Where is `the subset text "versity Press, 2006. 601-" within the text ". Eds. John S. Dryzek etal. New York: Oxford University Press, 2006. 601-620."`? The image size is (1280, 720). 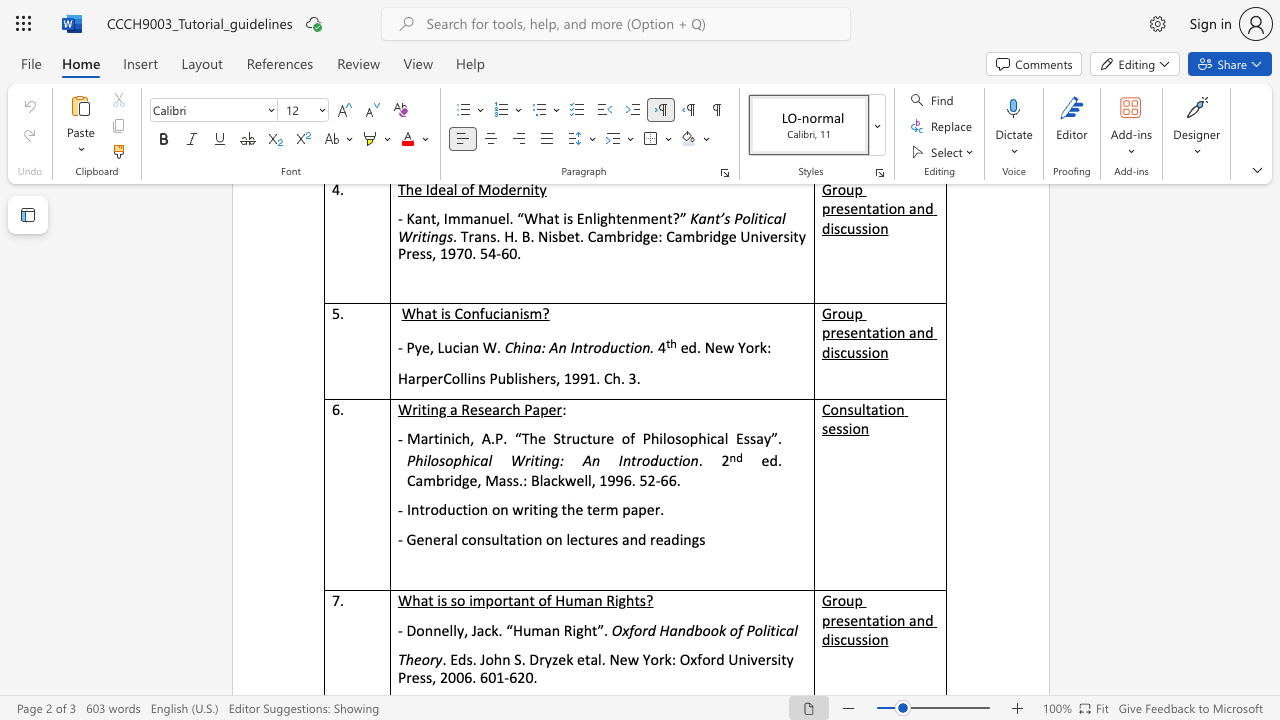 the subset text "versity Press, 2006. 601-" within the text ". Eds. John S. Dryzek etal. New York: Oxford University Press, 2006. 601-620." is located at coordinates (749, 659).